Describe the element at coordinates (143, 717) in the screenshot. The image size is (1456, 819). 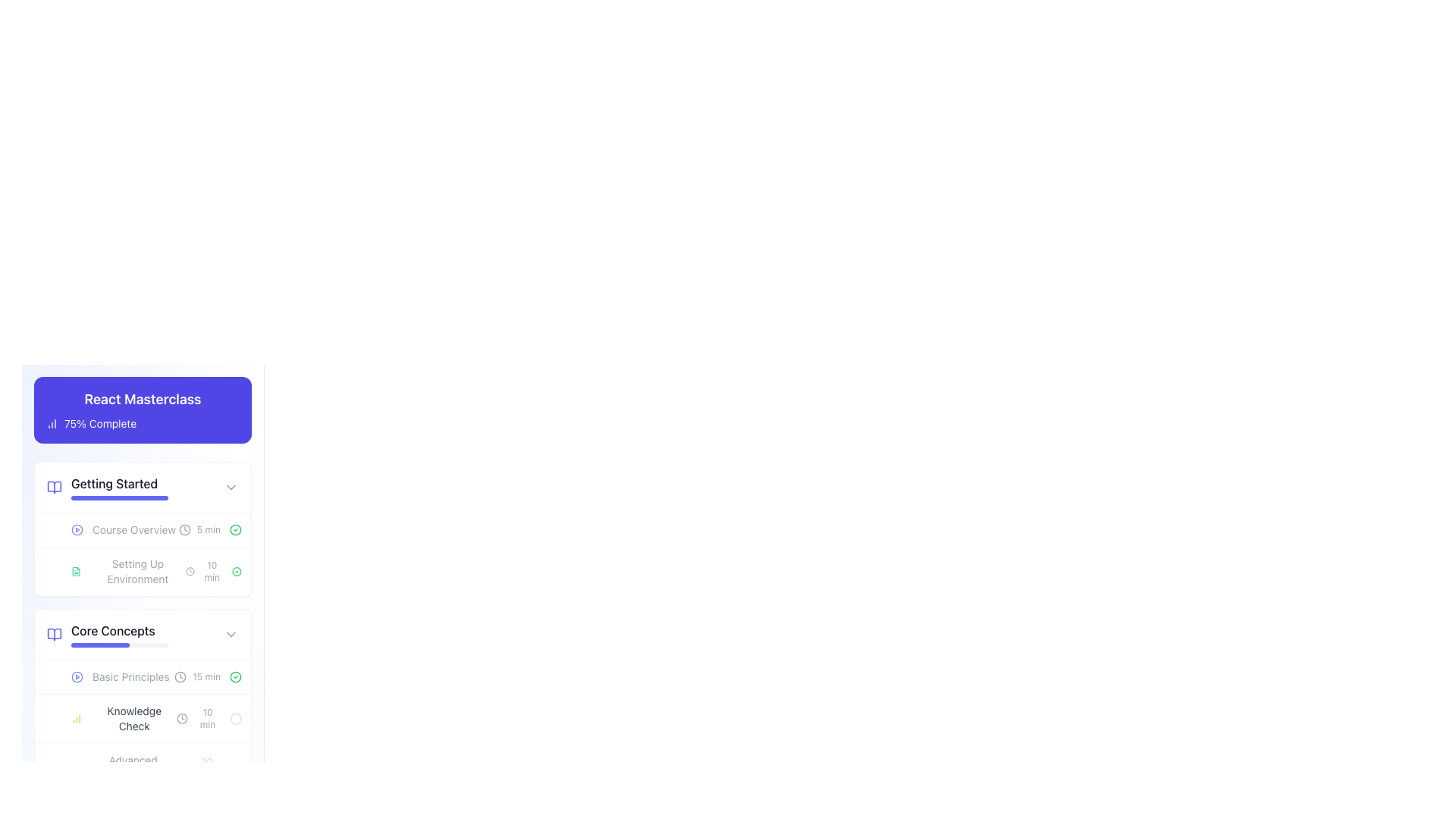
I see `the second row list item in the 'Core Concepts' section for the 'Knowledge Check' module, which indicates a time estimation of 10 minutes` at that location.